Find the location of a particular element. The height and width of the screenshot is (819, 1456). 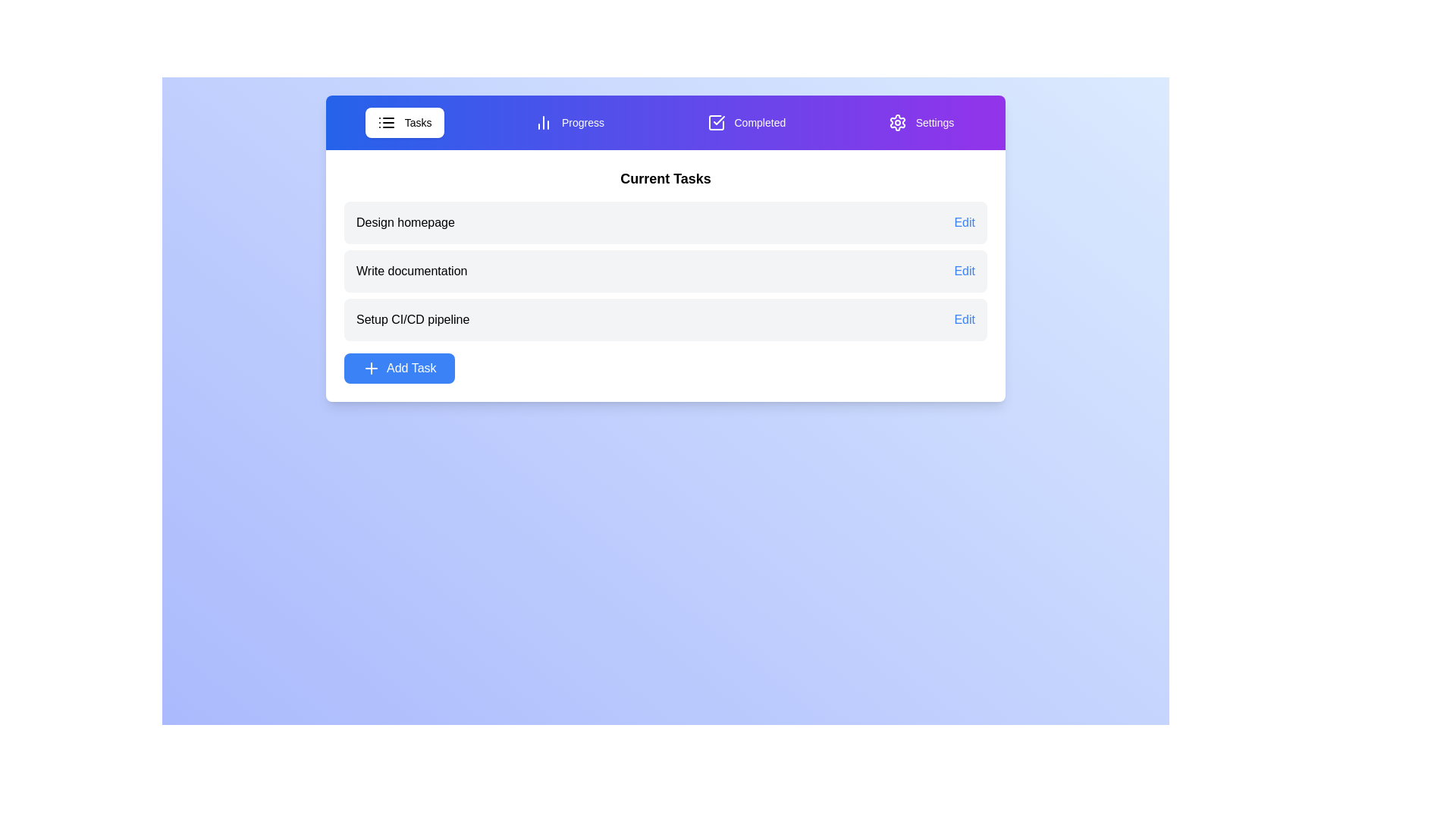

the gear-shaped icon button located in the navigation bar is located at coordinates (897, 122).